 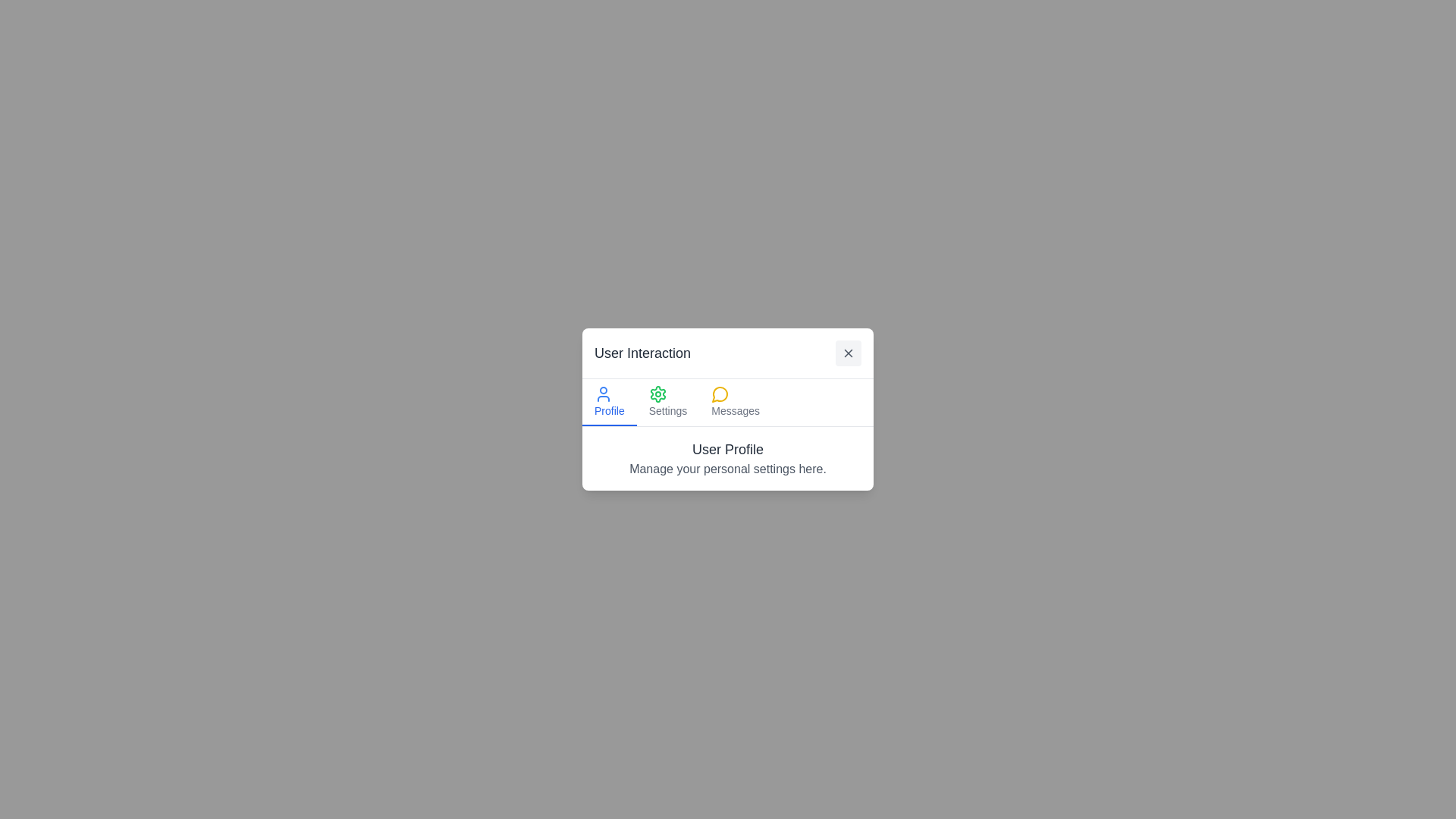 I want to click on the third navigation link in the horizontal navigation bar, which is located below the 'User Interaction' title and above the 'User Profile' description, so click(x=736, y=402).